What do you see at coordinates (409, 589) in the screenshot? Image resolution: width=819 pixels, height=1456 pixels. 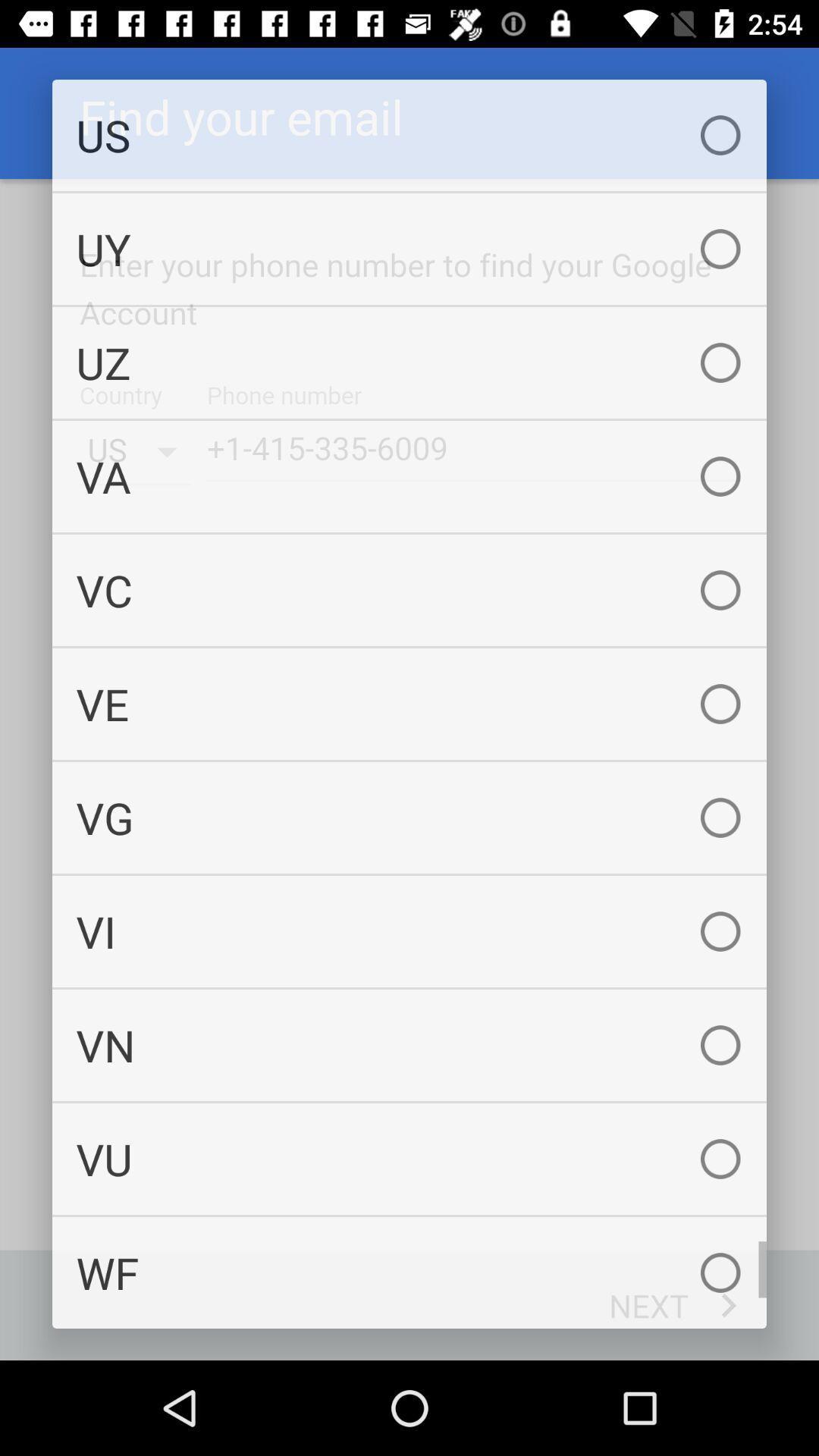 I see `icon above the ve` at bounding box center [409, 589].